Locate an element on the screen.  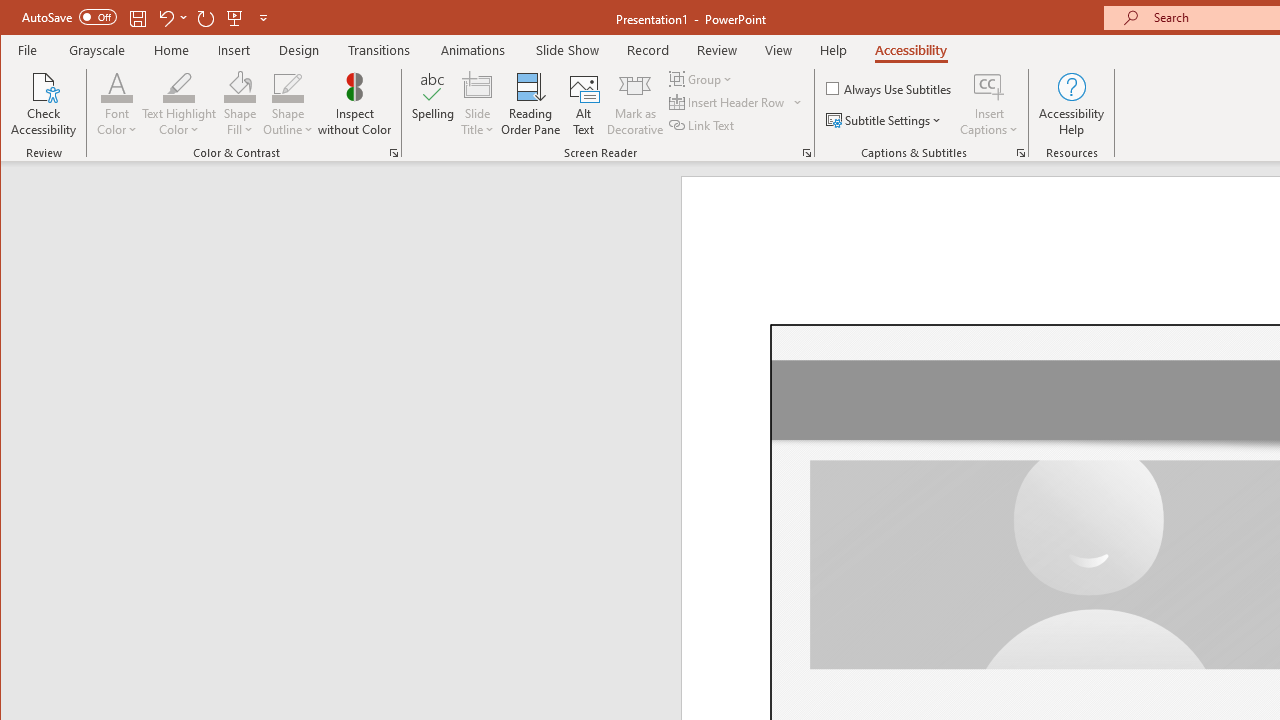
'Text Highlight Color' is located at coordinates (179, 104).